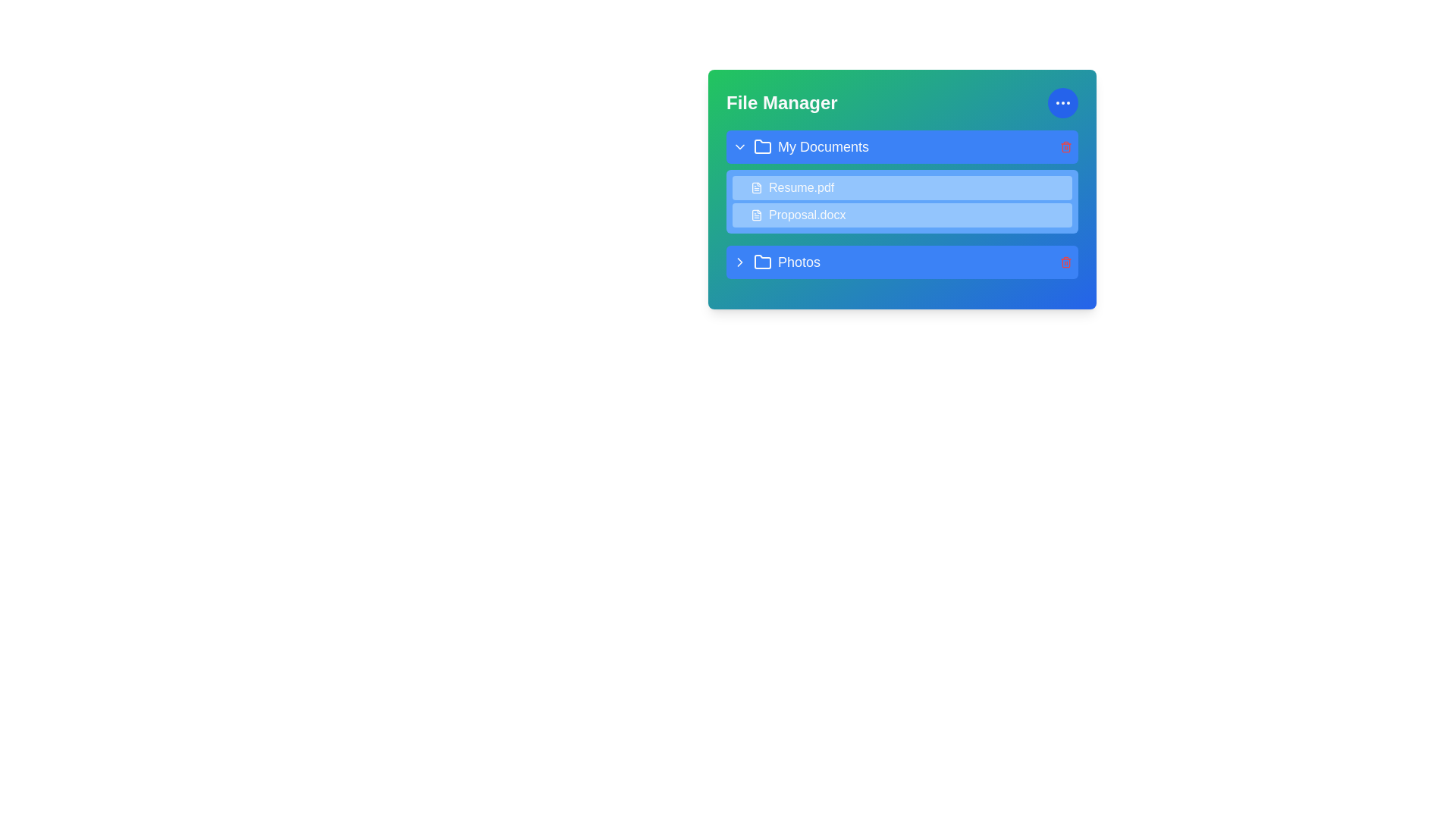 Image resolution: width=1456 pixels, height=819 pixels. What do you see at coordinates (763, 146) in the screenshot?
I see `the folder icon located to the left of the text 'My Documents', which is styled with a simple outline and has a rectangular shape with a tab on its upper left corner` at bounding box center [763, 146].